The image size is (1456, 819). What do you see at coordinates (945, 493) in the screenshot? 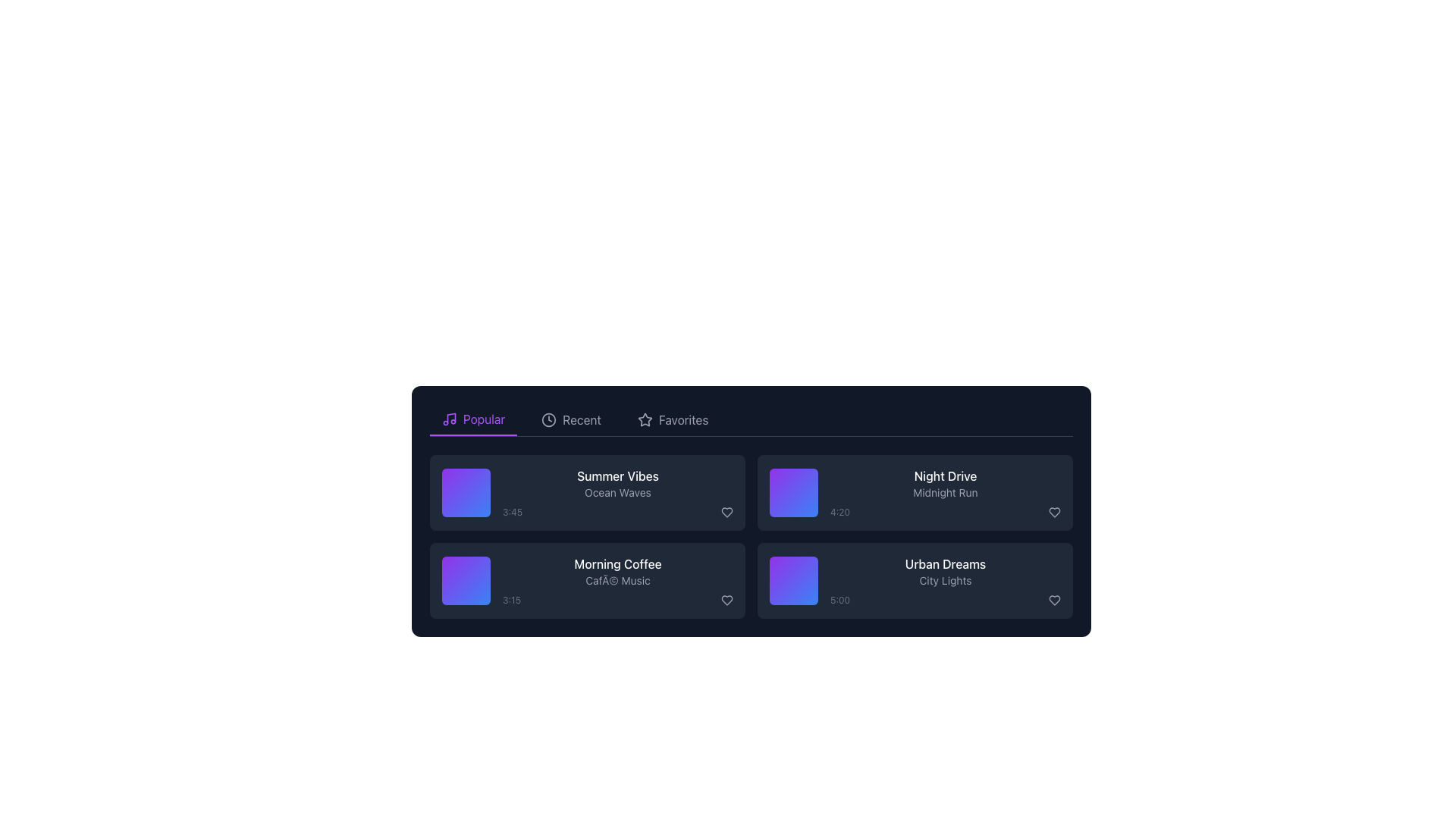
I see `the text label displaying 'Midnight Run' in light gray color, which is positioned below the 'Night Drive' title in the content box` at bounding box center [945, 493].